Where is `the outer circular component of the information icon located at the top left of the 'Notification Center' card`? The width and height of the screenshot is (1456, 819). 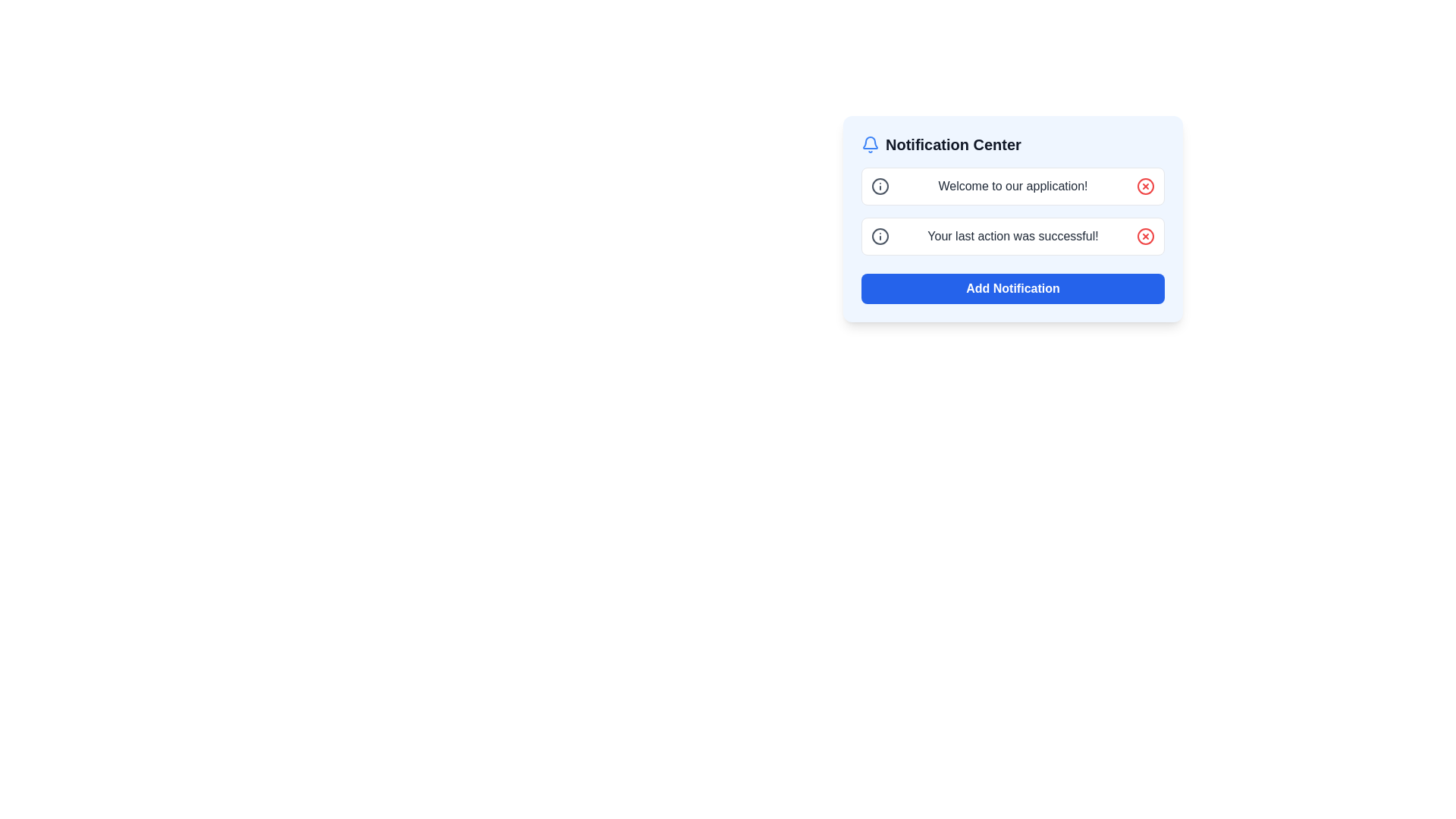
the outer circular component of the information icon located at the top left of the 'Notification Center' card is located at coordinates (880, 237).